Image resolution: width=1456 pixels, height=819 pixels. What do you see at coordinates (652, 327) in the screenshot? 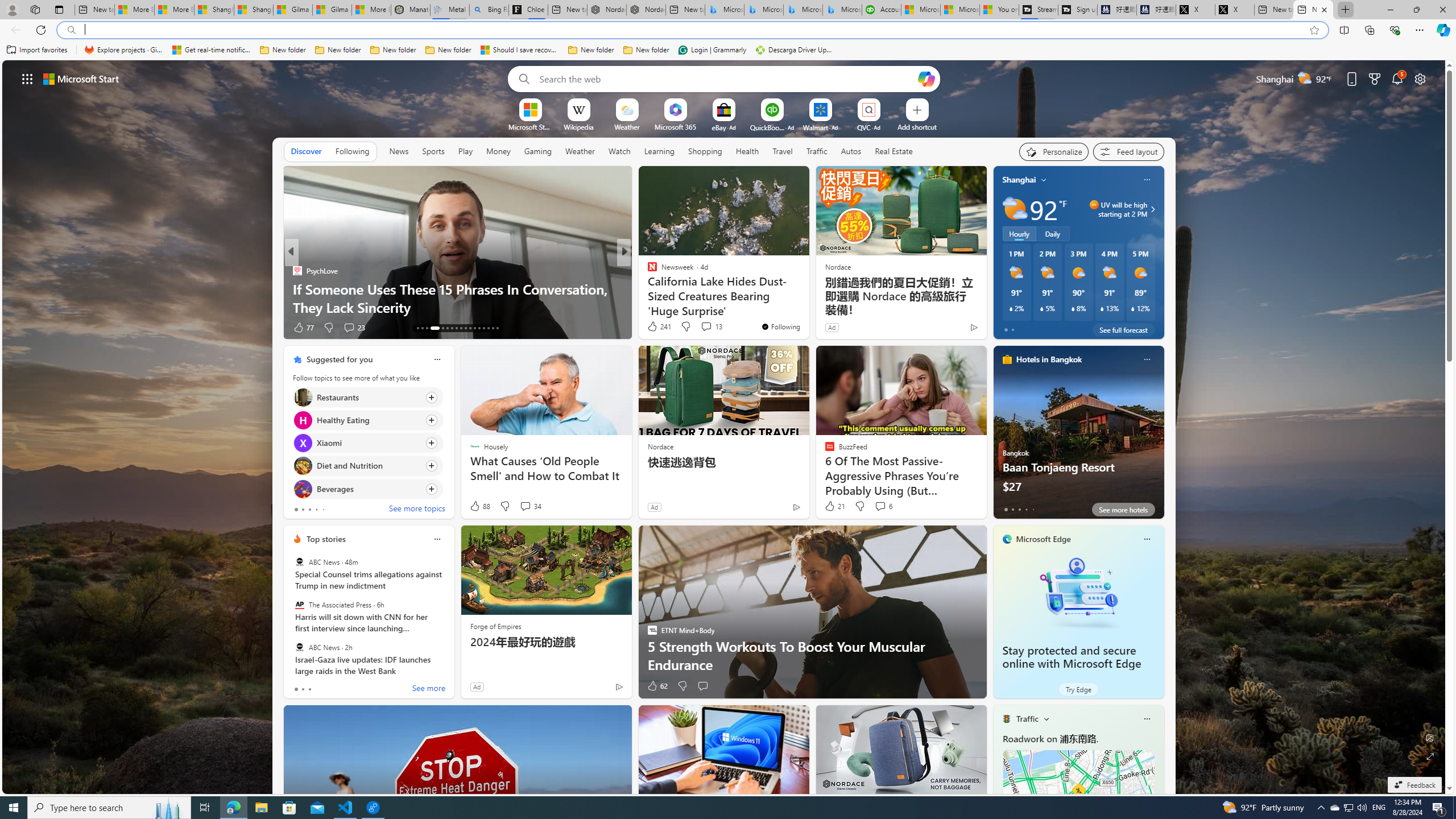
I see `'15 Like'` at bounding box center [652, 327].